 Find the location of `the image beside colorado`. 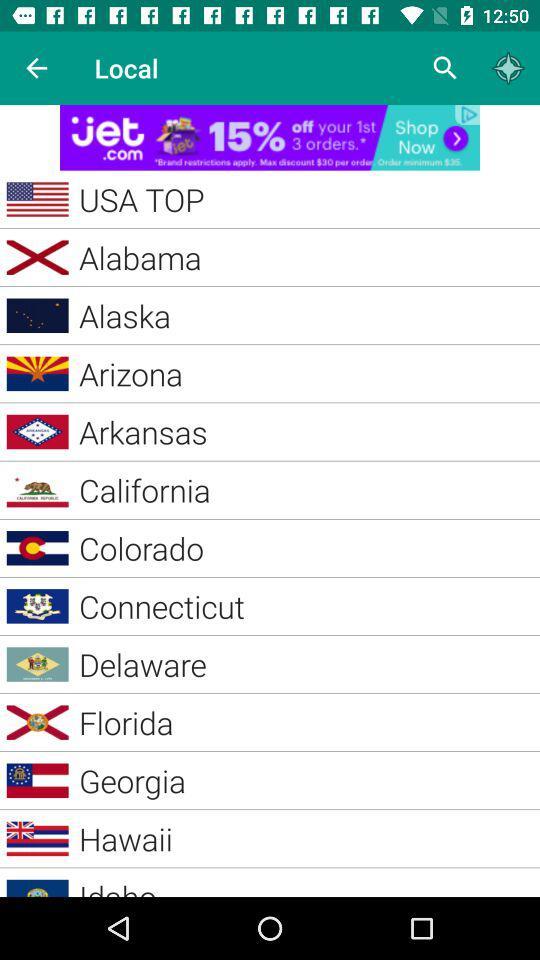

the image beside colorado is located at coordinates (38, 548).